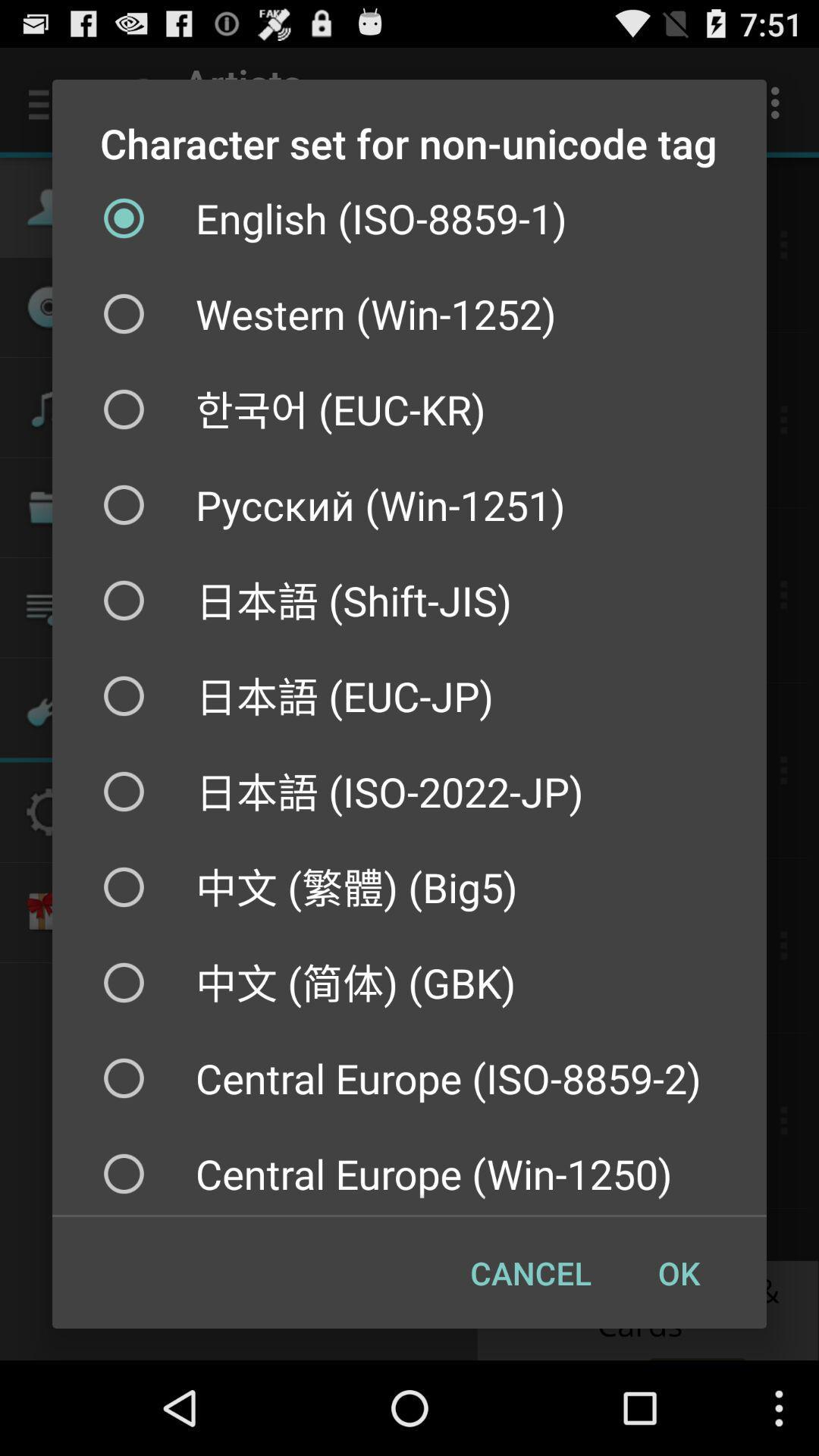  I want to click on the item next to the ok button, so click(530, 1272).